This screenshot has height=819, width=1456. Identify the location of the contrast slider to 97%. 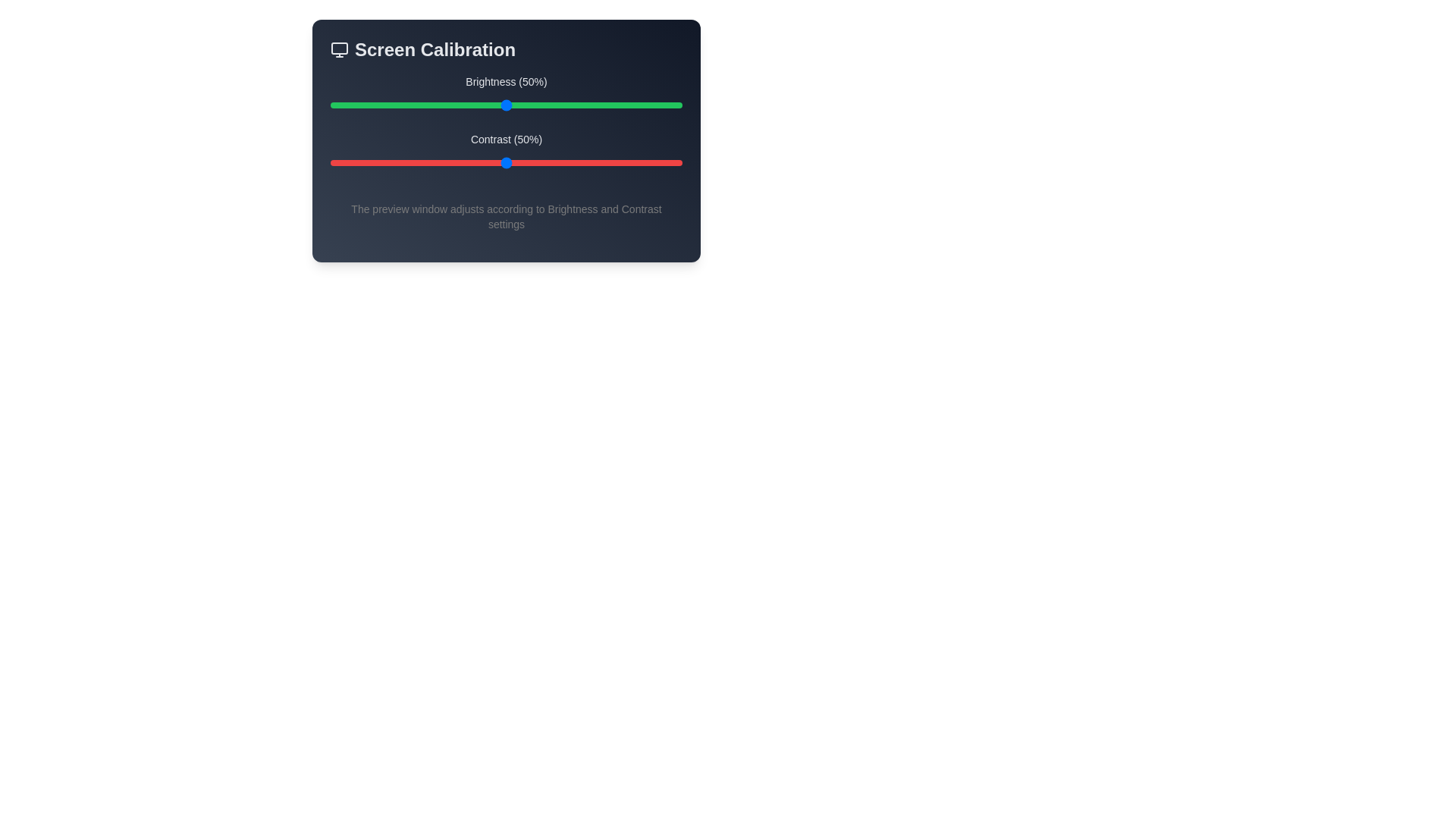
(671, 163).